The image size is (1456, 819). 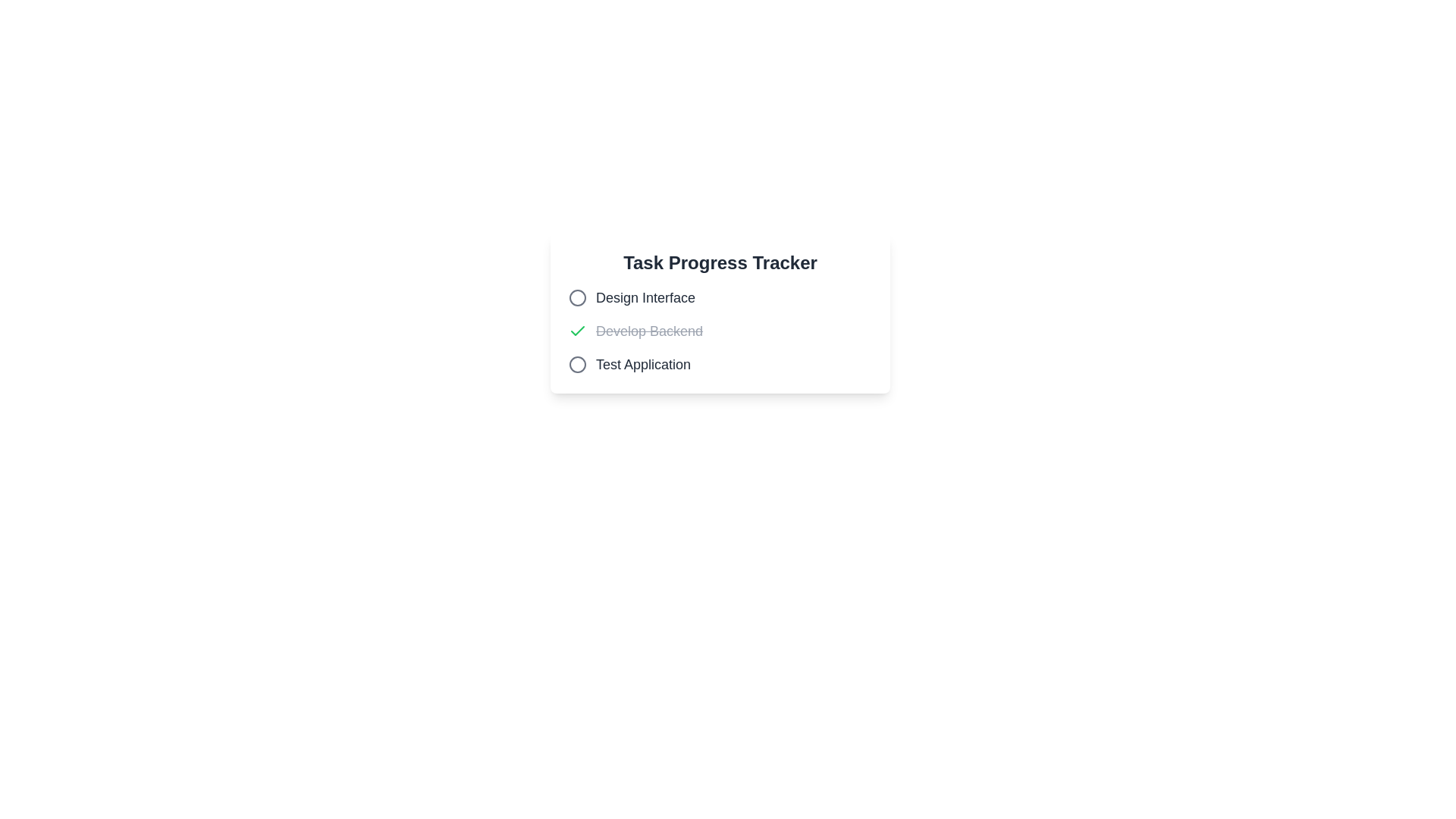 What do you see at coordinates (577, 365) in the screenshot?
I see `the Circular icon (status marker) which indicates the status for 'Test Application' located in the bottom-most position of the icons in the 'Task Progress Tracker'` at bounding box center [577, 365].